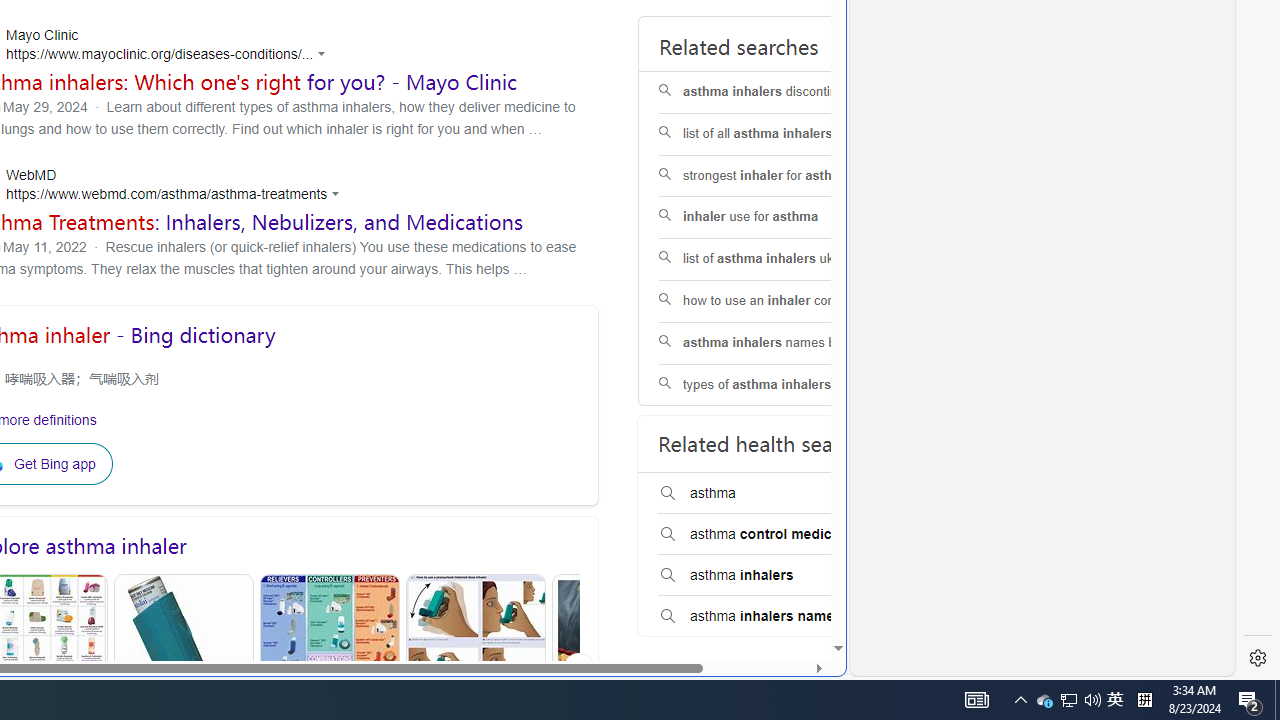 The height and width of the screenshot is (720, 1280). I want to click on 'list of all asthma inhalers', so click(784, 133).